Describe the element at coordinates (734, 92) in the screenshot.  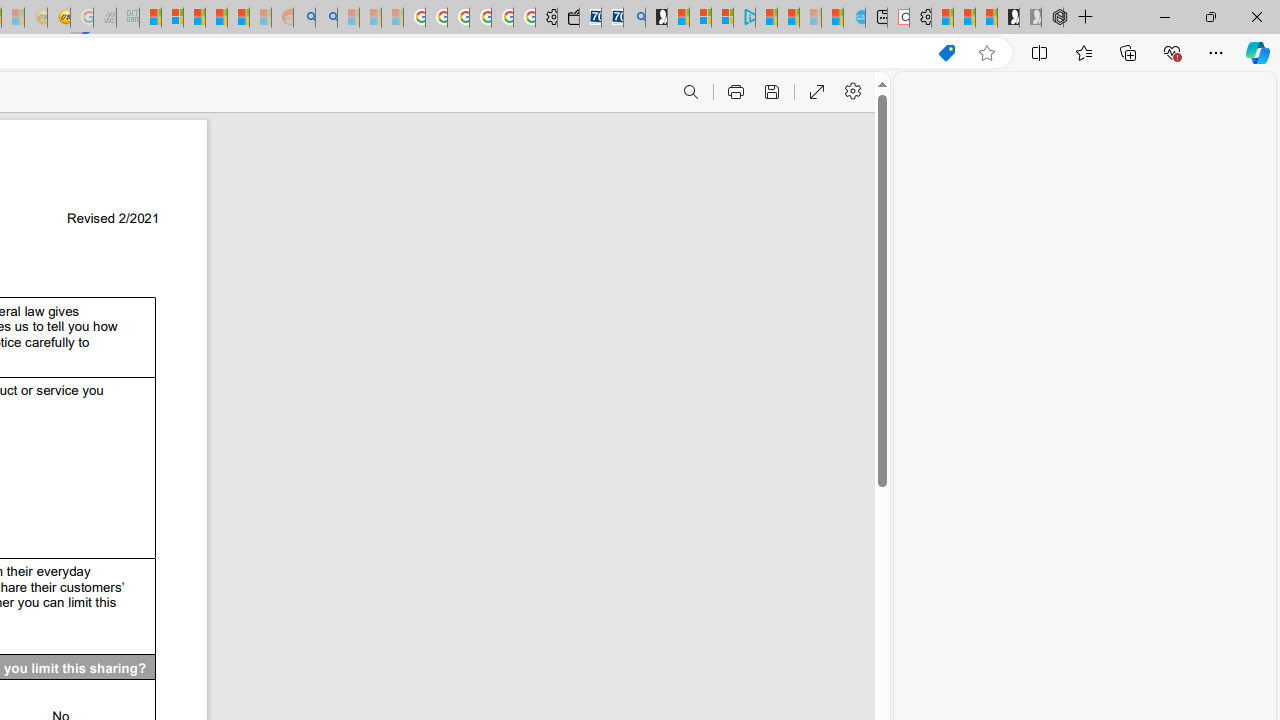
I see `'Print (Ctrl+P)'` at that location.